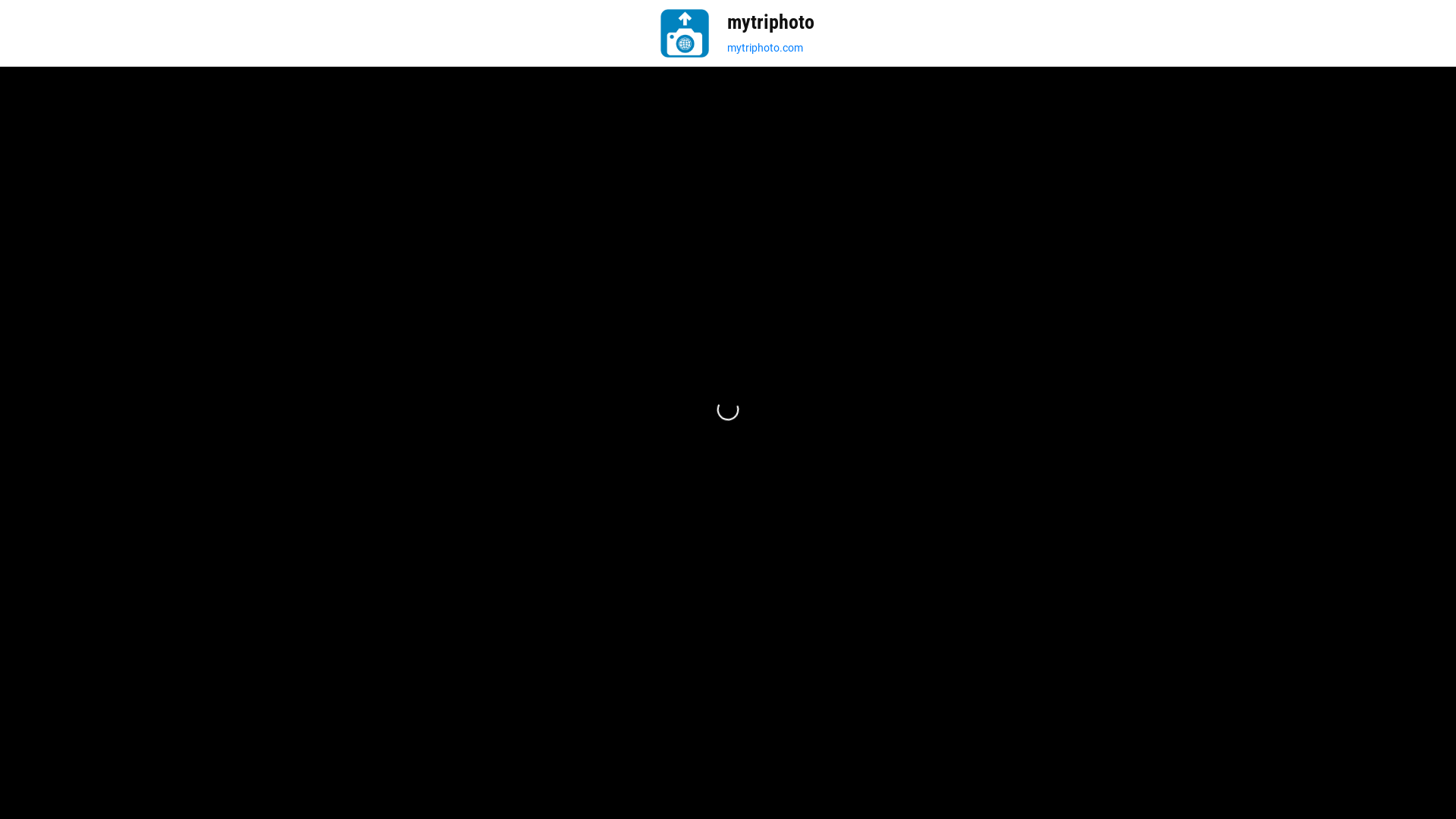 The width and height of the screenshot is (1456, 819). What do you see at coordinates (770, 47) in the screenshot?
I see `'mytriphoto.com'` at bounding box center [770, 47].